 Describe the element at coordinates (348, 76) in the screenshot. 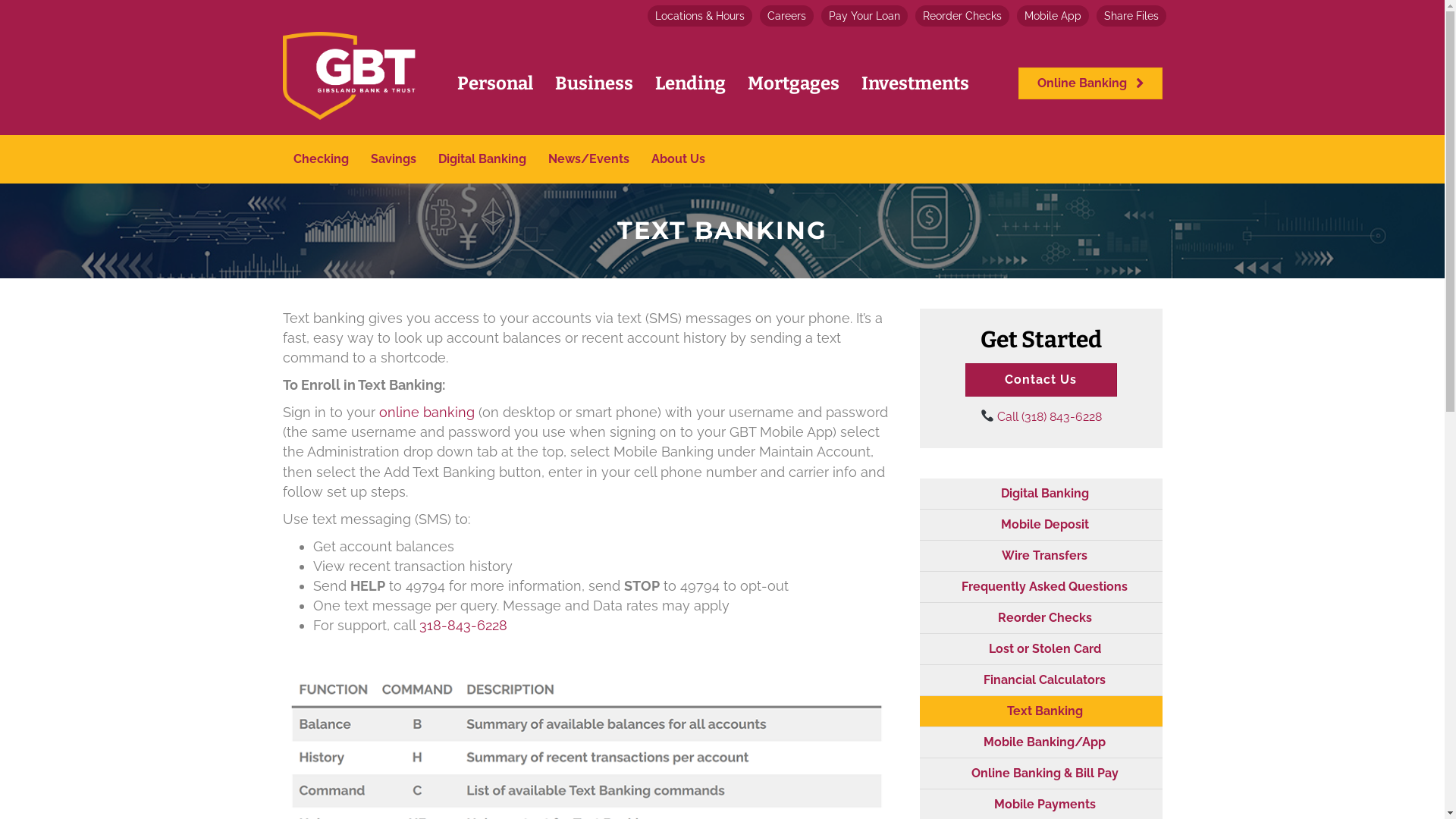

I see `'gbt-final-transparent-cropped-01'` at that location.